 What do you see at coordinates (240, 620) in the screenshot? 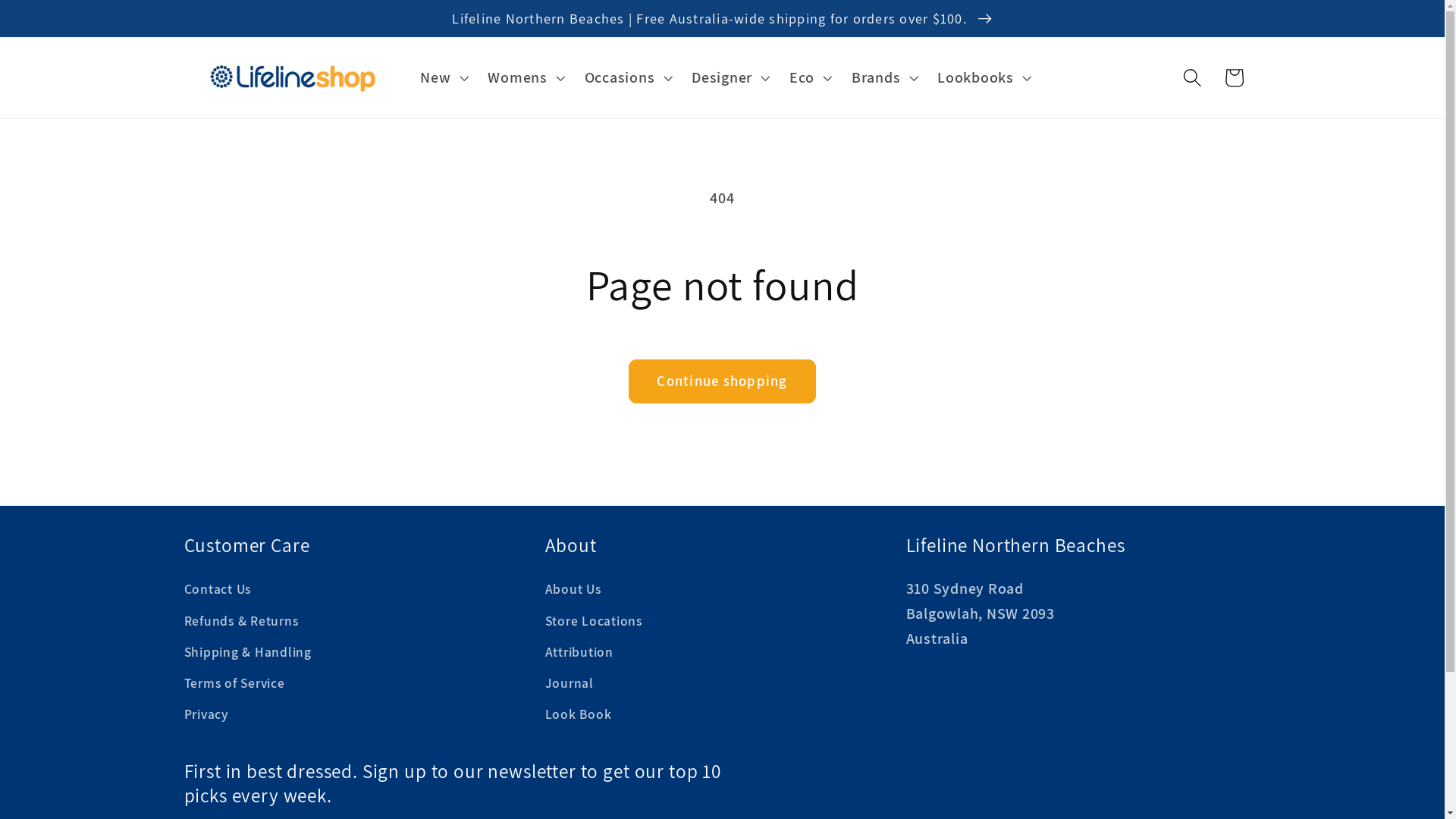
I see `'Refunds & Returns'` at bounding box center [240, 620].